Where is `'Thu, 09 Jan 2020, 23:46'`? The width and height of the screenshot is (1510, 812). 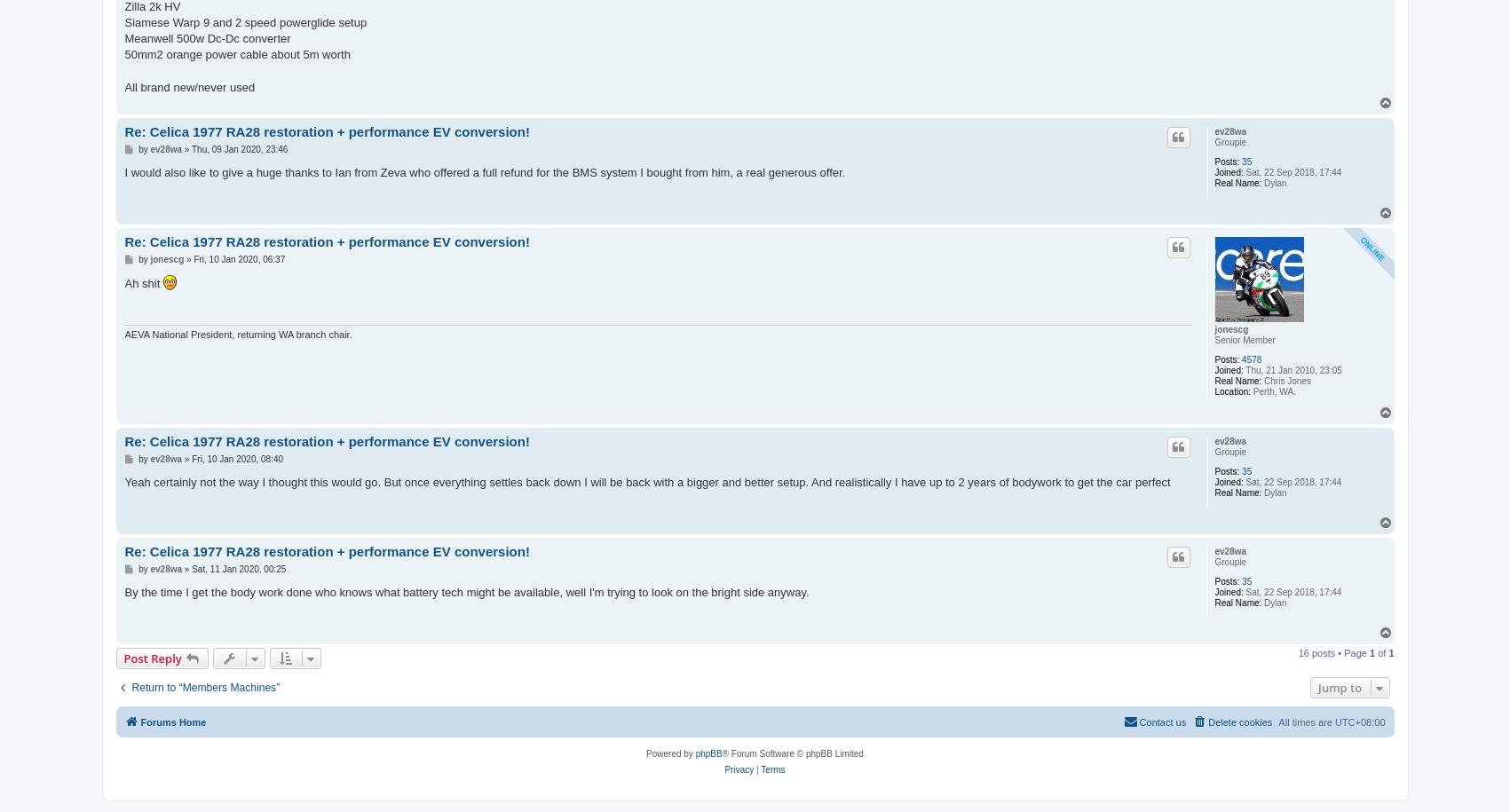
'Thu, 09 Jan 2020, 23:46' is located at coordinates (191, 147).